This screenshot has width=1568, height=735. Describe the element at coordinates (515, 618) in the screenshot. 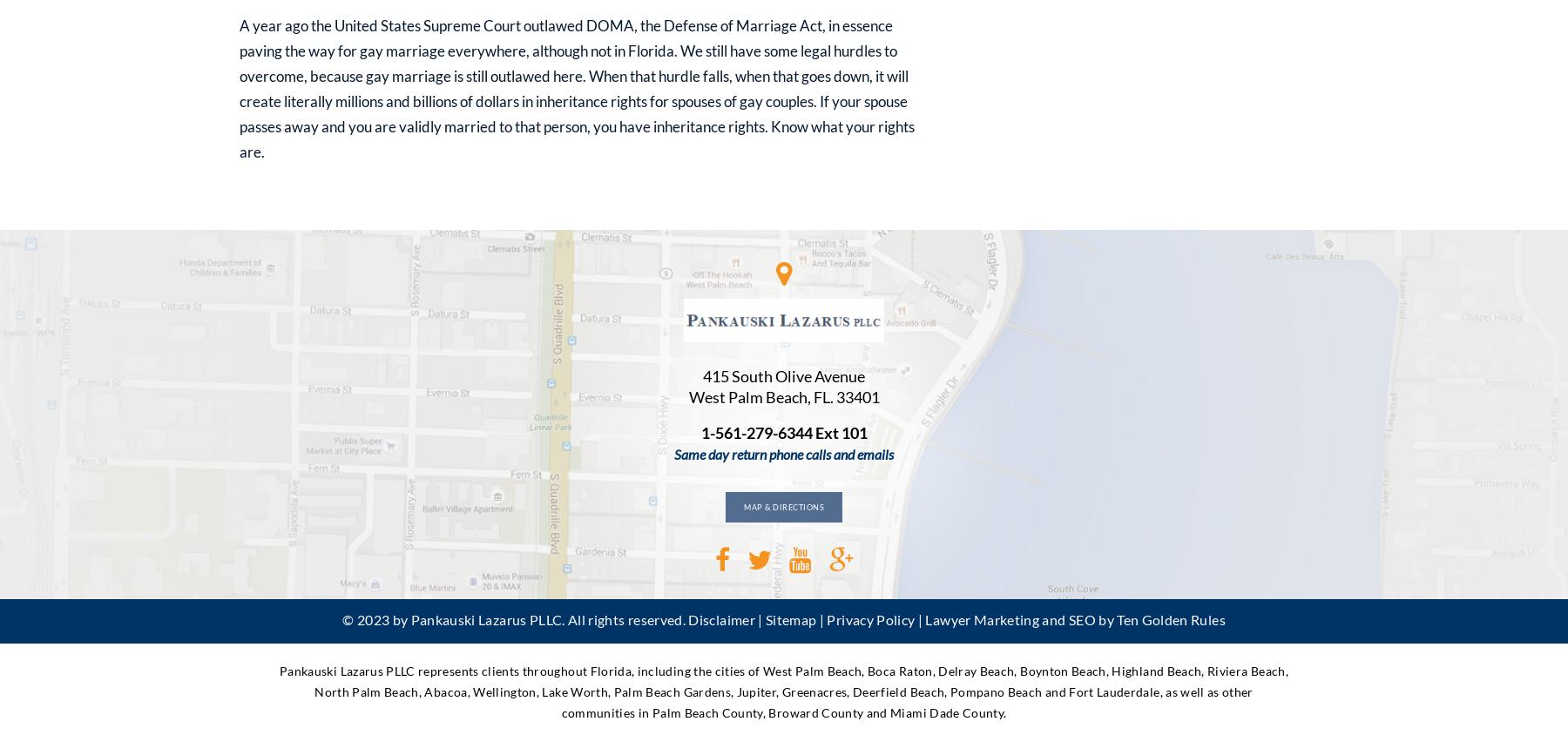

I see `'© 2023 by Pankauski Lazarus PLLC. All rights reserved.'` at that location.